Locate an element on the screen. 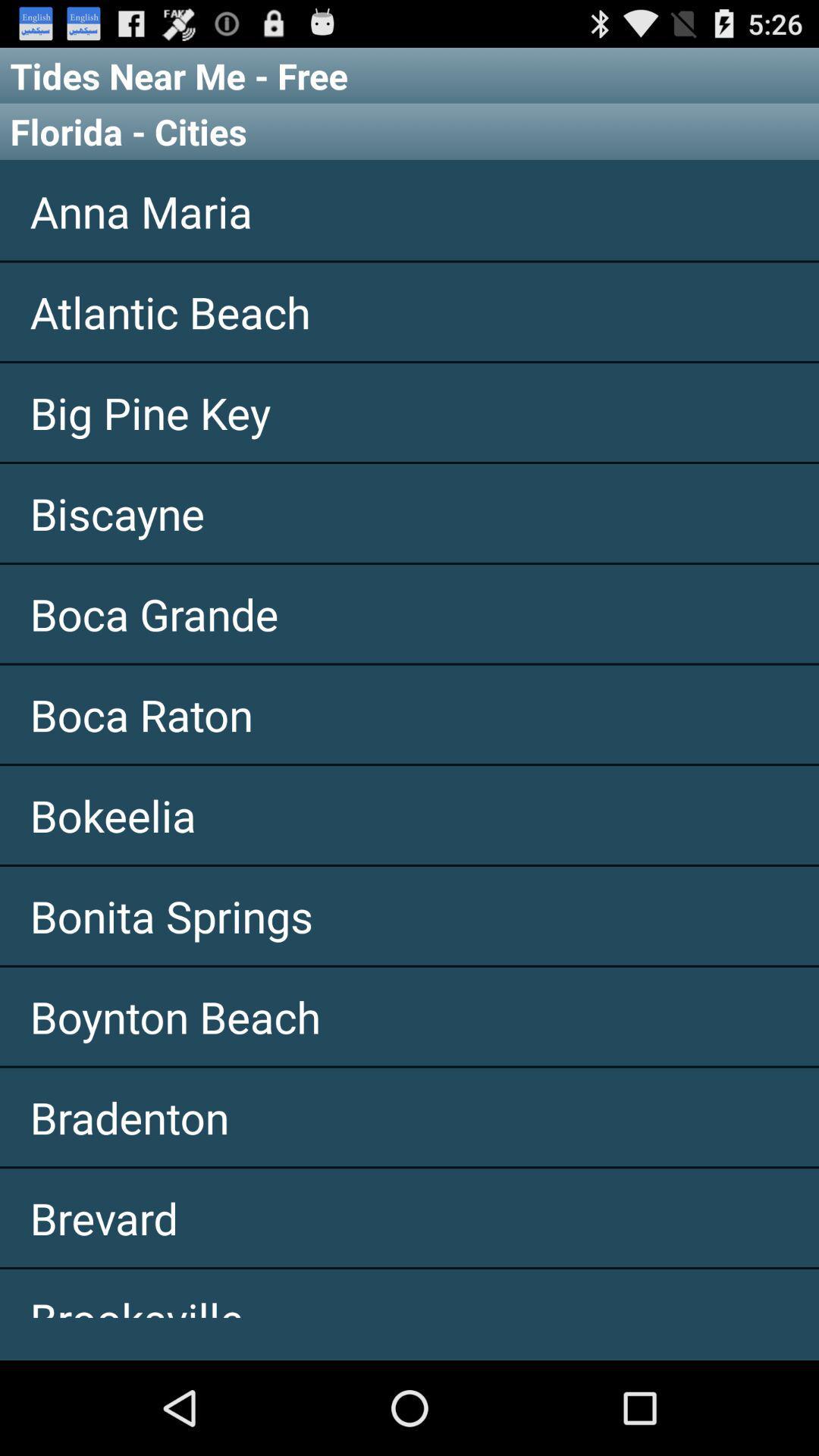 The image size is (819, 1456). the atlantic beach app is located at coordinates (409, 311).